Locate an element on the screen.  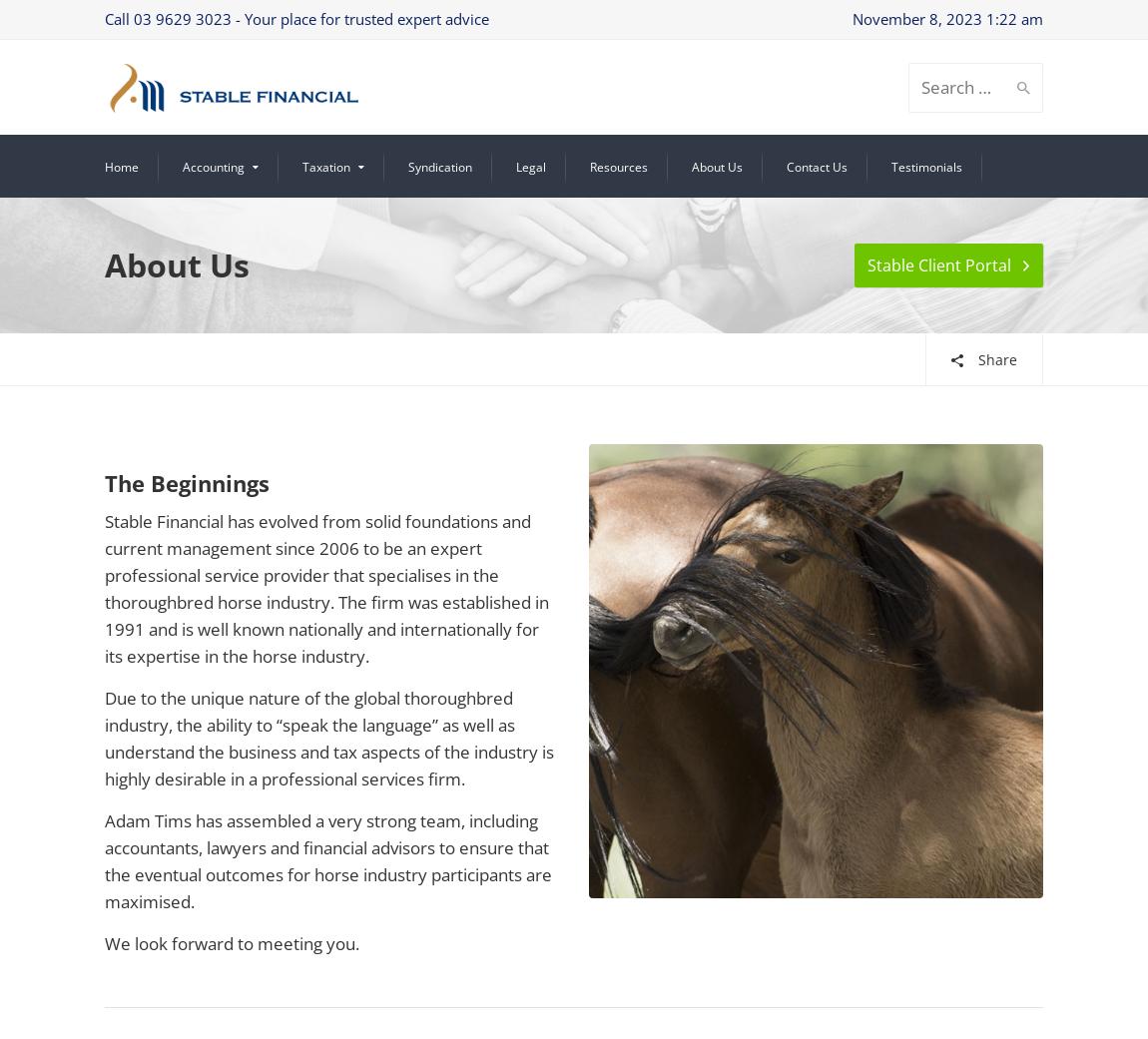
'November 8, 2023 1:22 am' is located at coordinates (947, 18).